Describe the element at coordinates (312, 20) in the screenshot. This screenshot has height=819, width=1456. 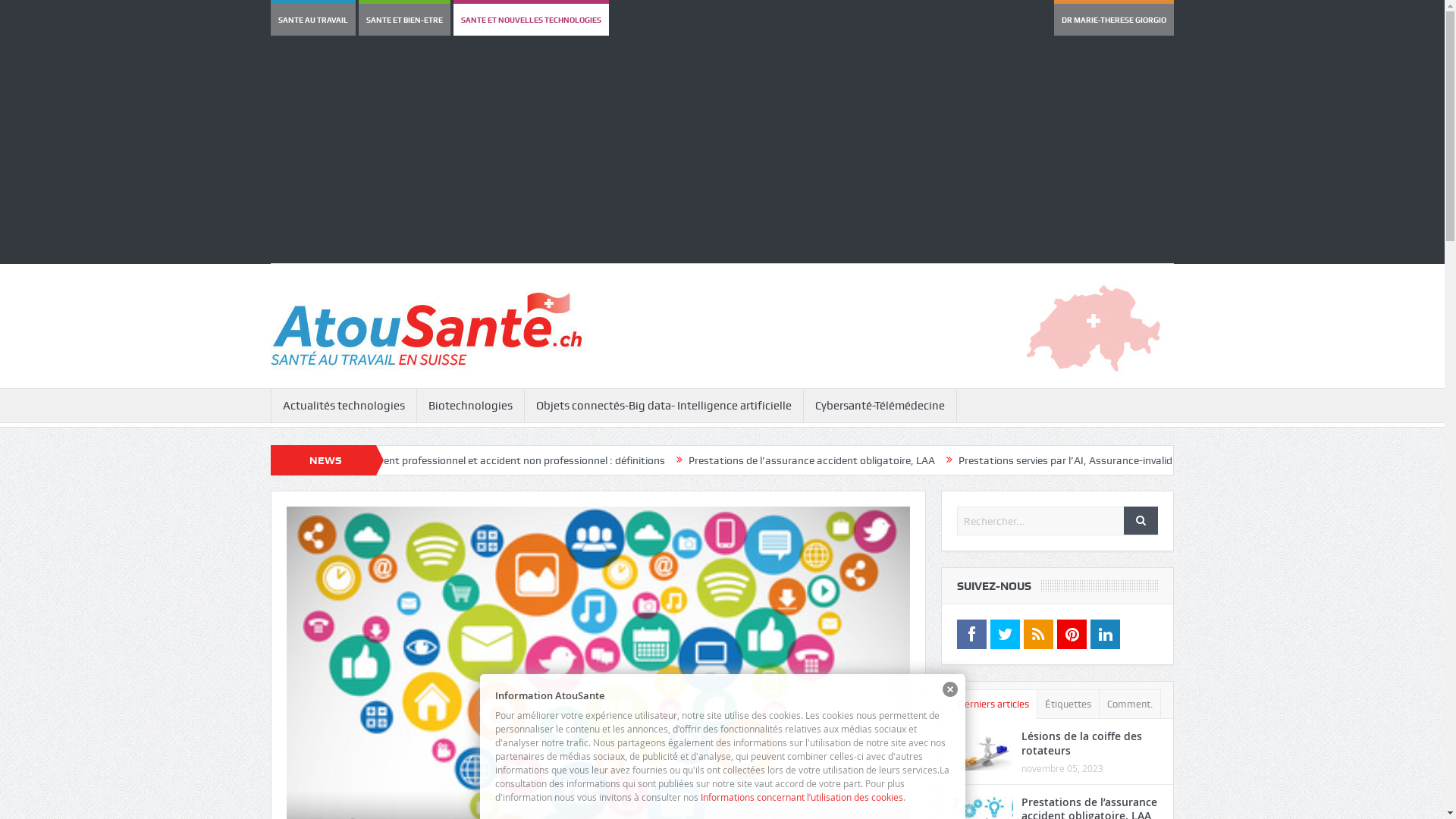
I see `'SANTE AU TRAVAIL'` at that location.